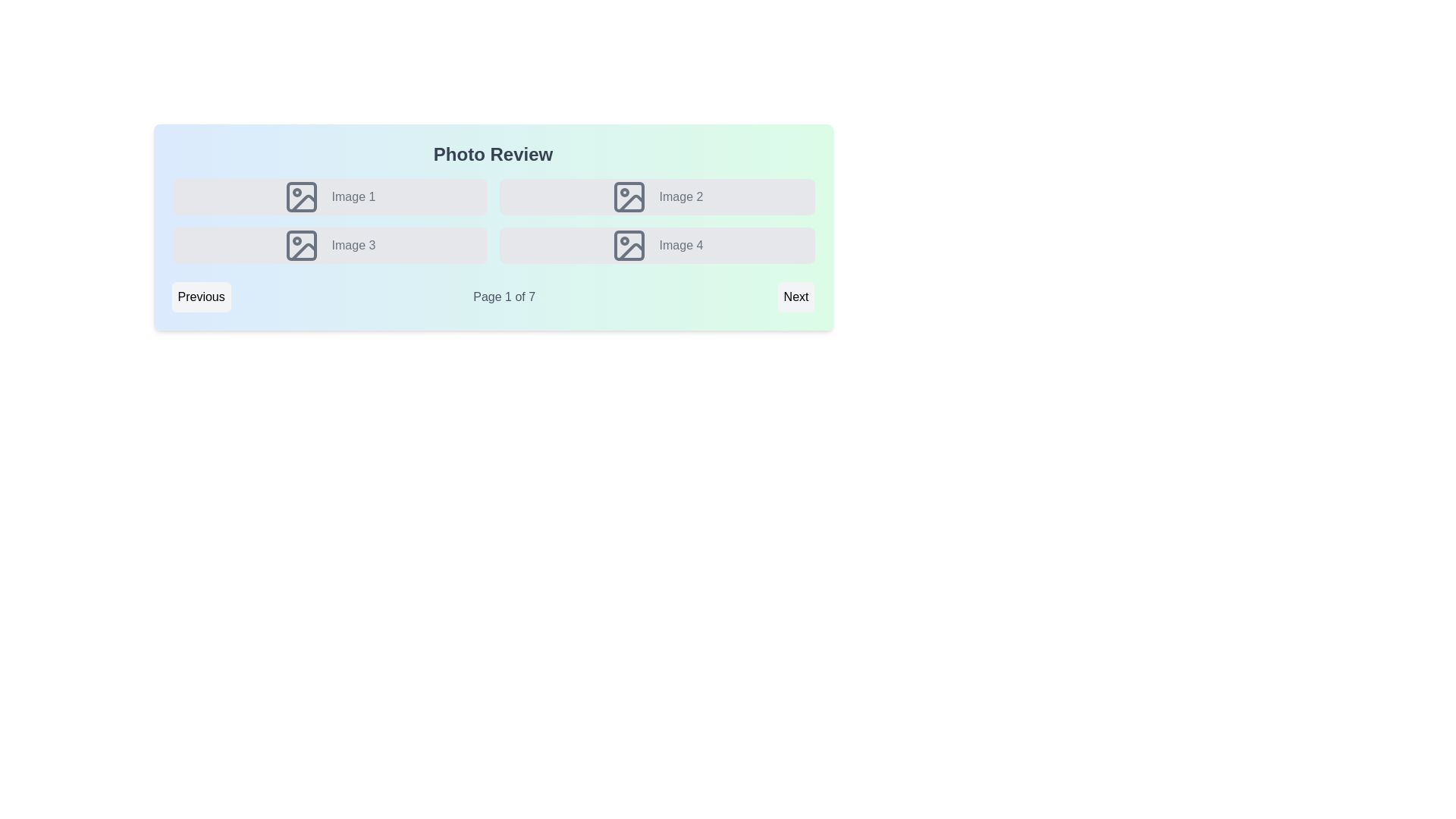  What do you see at coordinates (680, 245) in the screenshot?
I see `the text label located in the second row, second column of the grid layout within the 'Photo Review' section, which is directly to the right of the image icon` at bounding box center [680, 245].